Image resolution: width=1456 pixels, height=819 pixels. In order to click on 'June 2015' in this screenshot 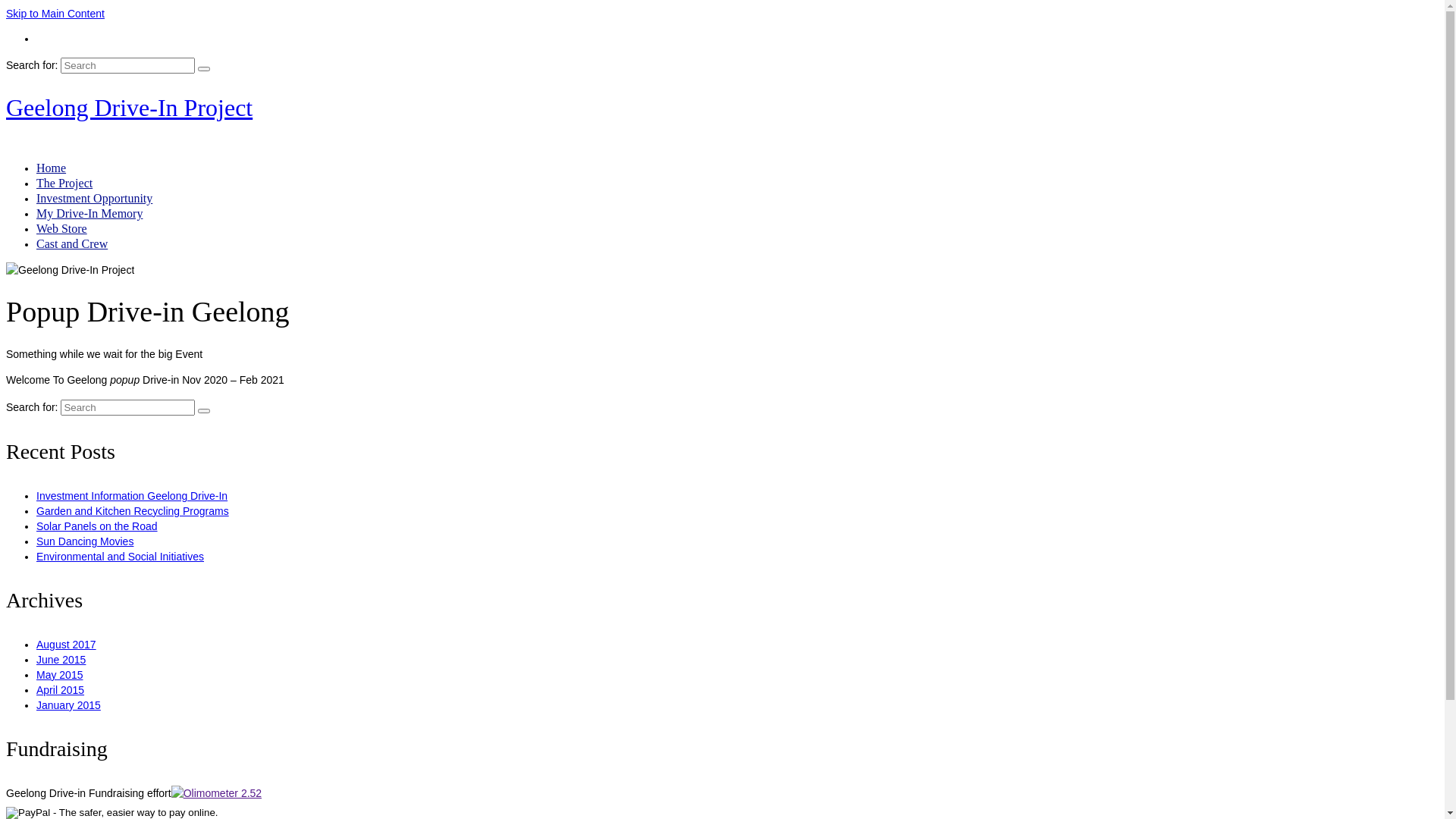, I will do `click(36, 659)`.